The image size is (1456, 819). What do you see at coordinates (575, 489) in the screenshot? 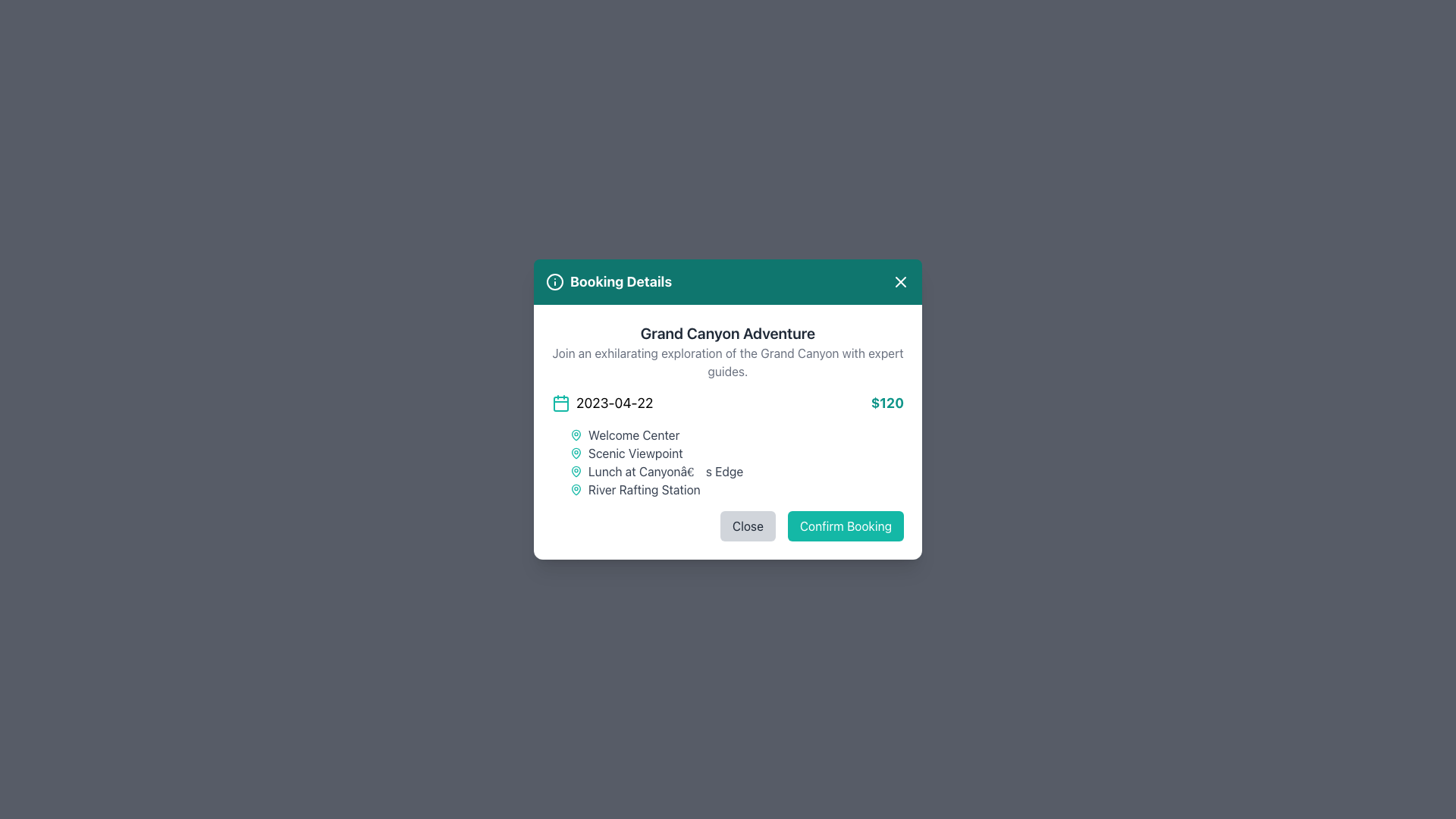
I see `the fourth icon associated with the text 'River Rafting Station' under the 'Booking Details' header` at bounding box center [575, 489].